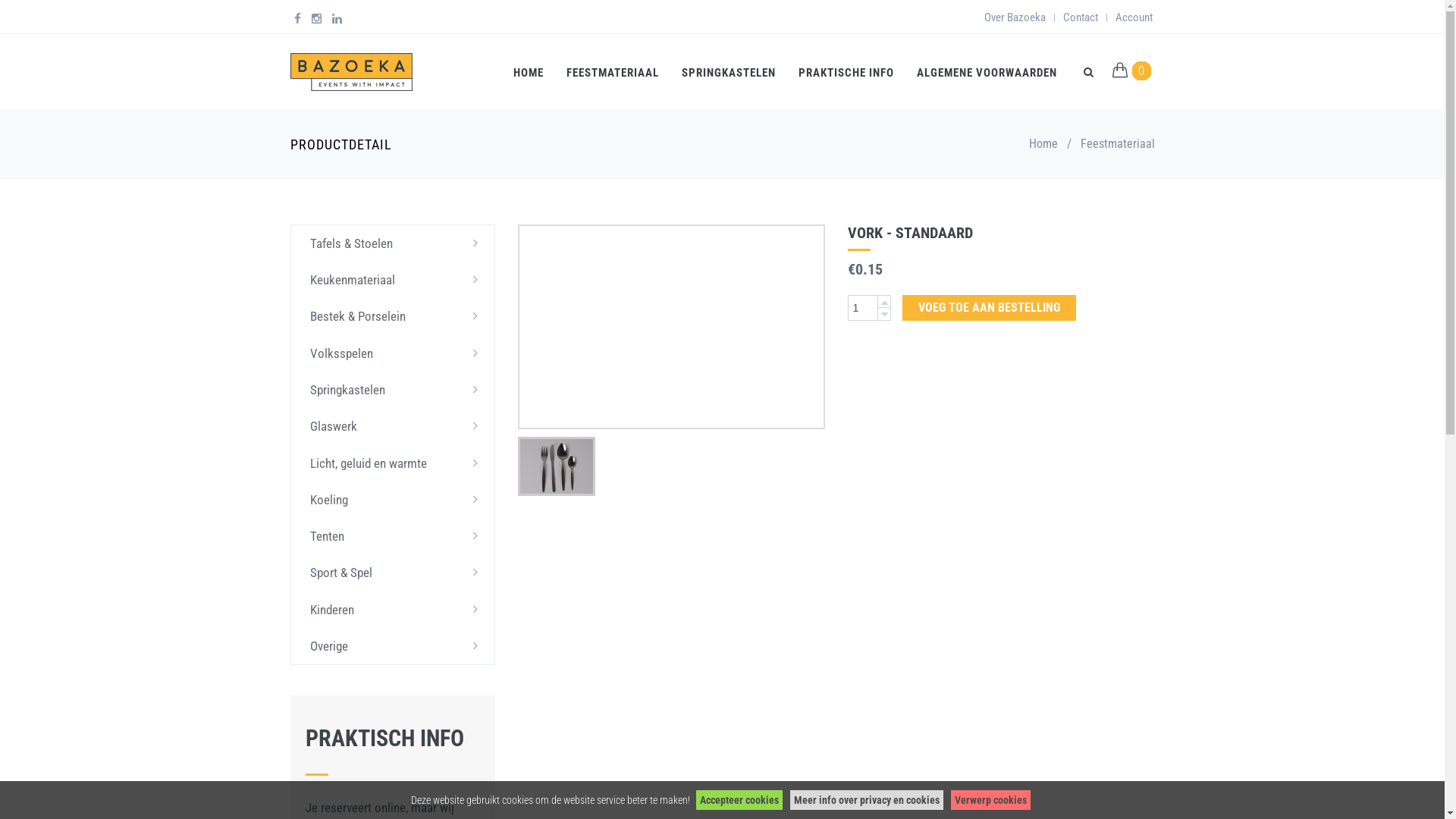 This screenshot has height=819, width=1456. I want to click on 'Kinderen', so click(393, 608).